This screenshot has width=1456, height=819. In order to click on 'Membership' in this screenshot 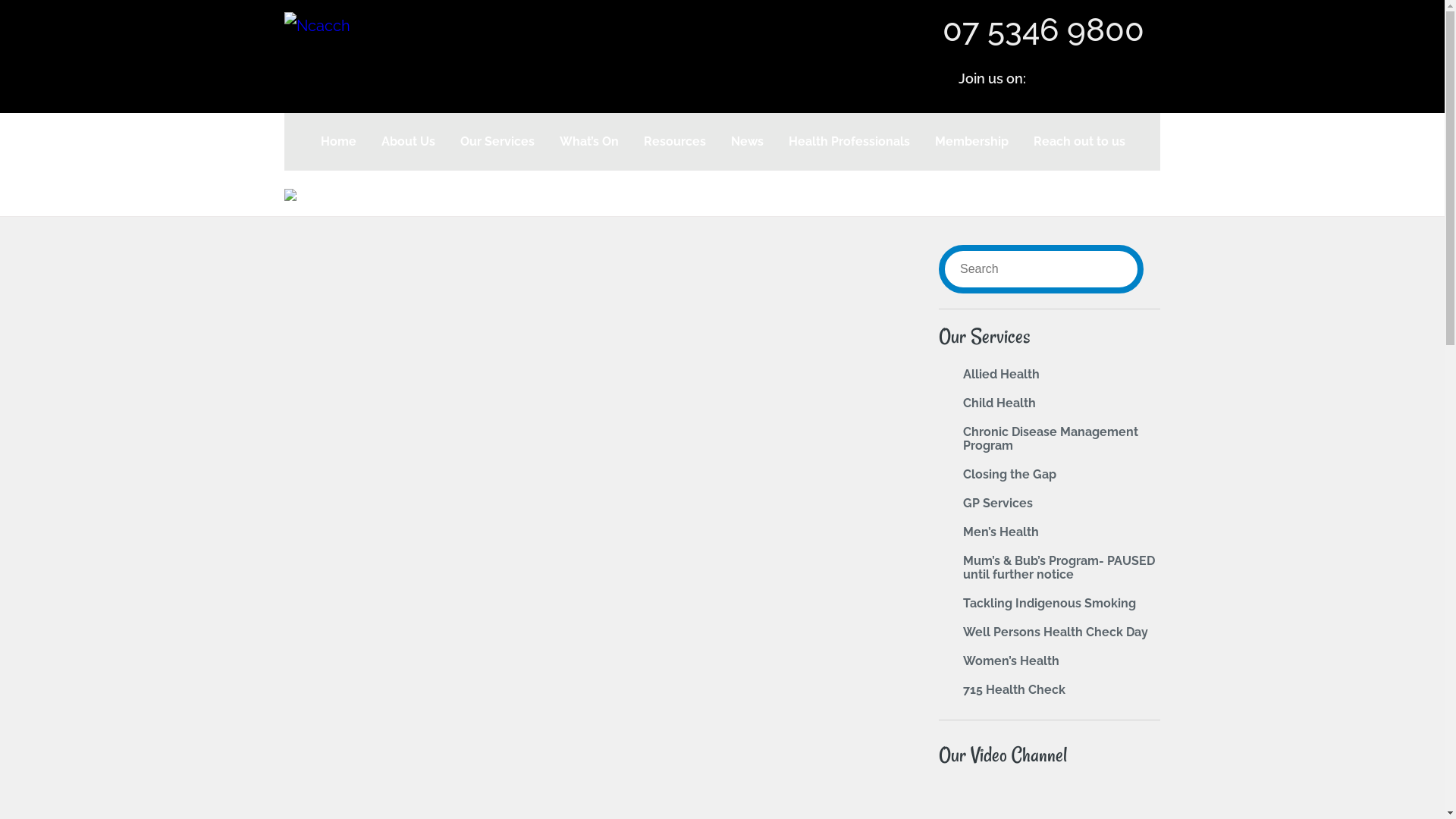, I will do `click(971, 141)`.